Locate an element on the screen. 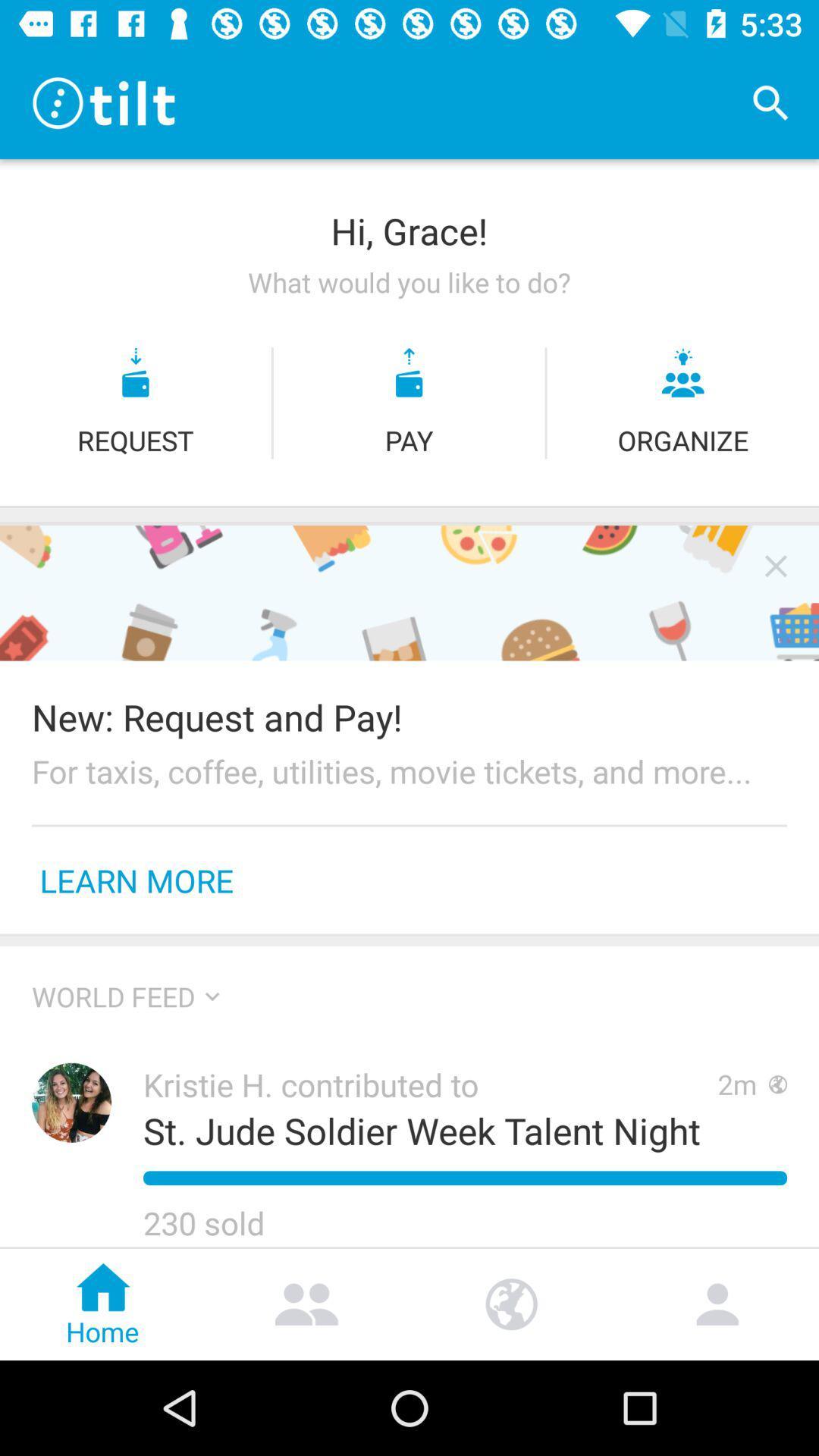 This screenshot has height=1456, width=819. the item below world feed is located at coordinates (71, 1103).